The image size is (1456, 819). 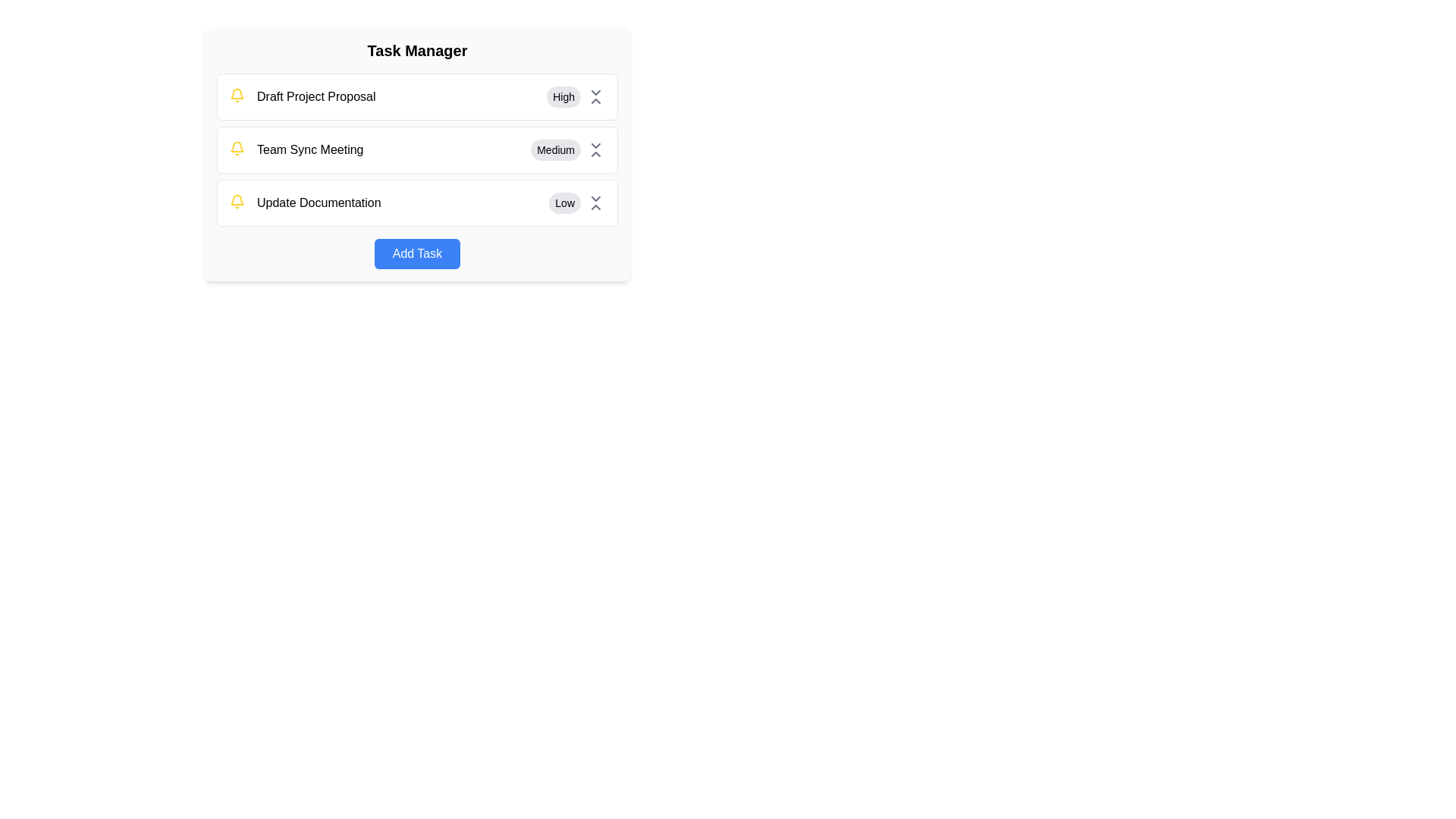 I want to click on the static text label for the task named 'Team Sync Meeting', which is positioned in the middle of the vertical list in 'Task Manager', so click(x=309, y=149).